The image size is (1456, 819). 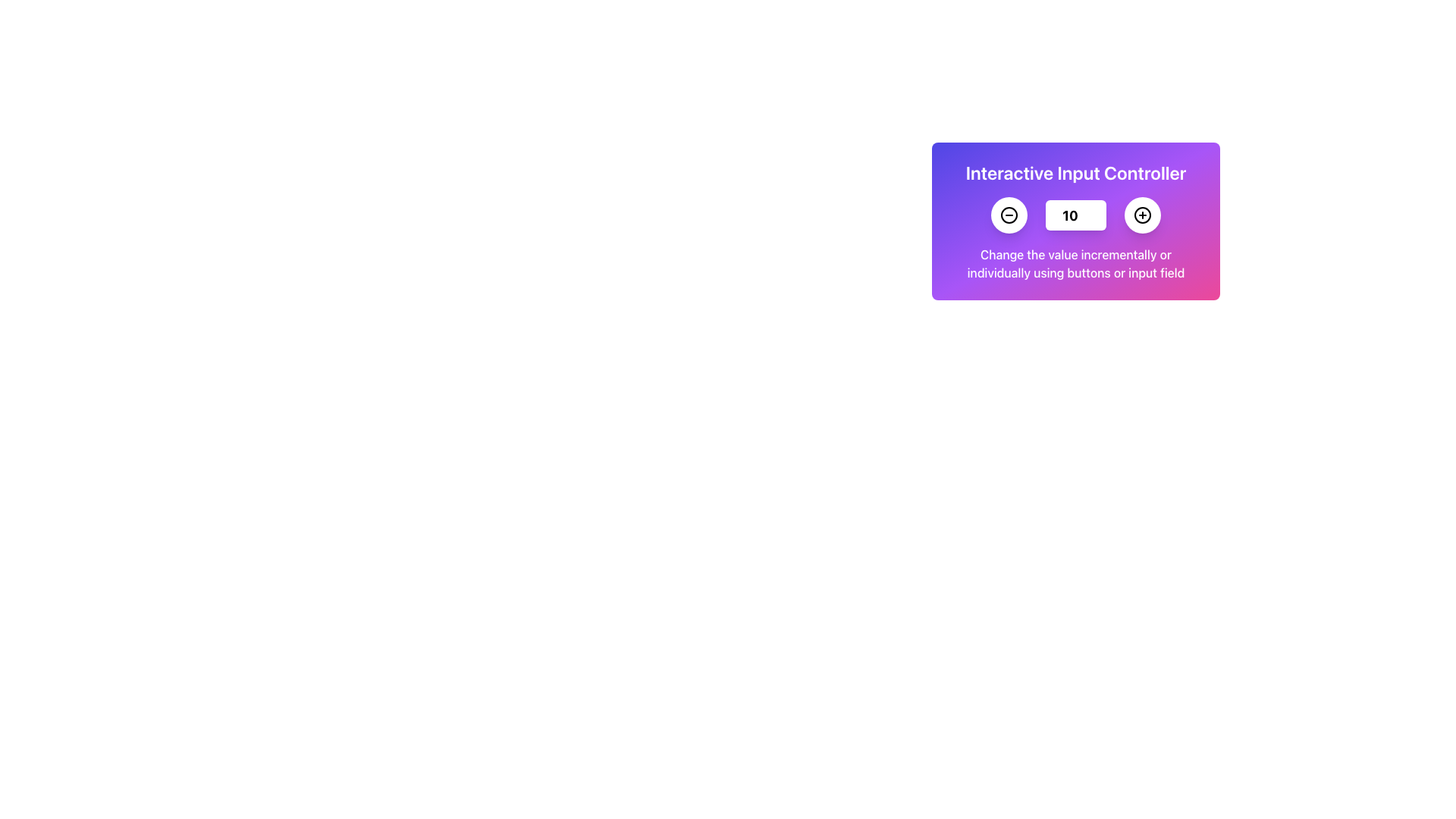 I want to click on the circular minus button with a black border, positioned to the left of the numerical input box in the interactive card interface, to observe any hover effects, so click(x=1009, y=215).